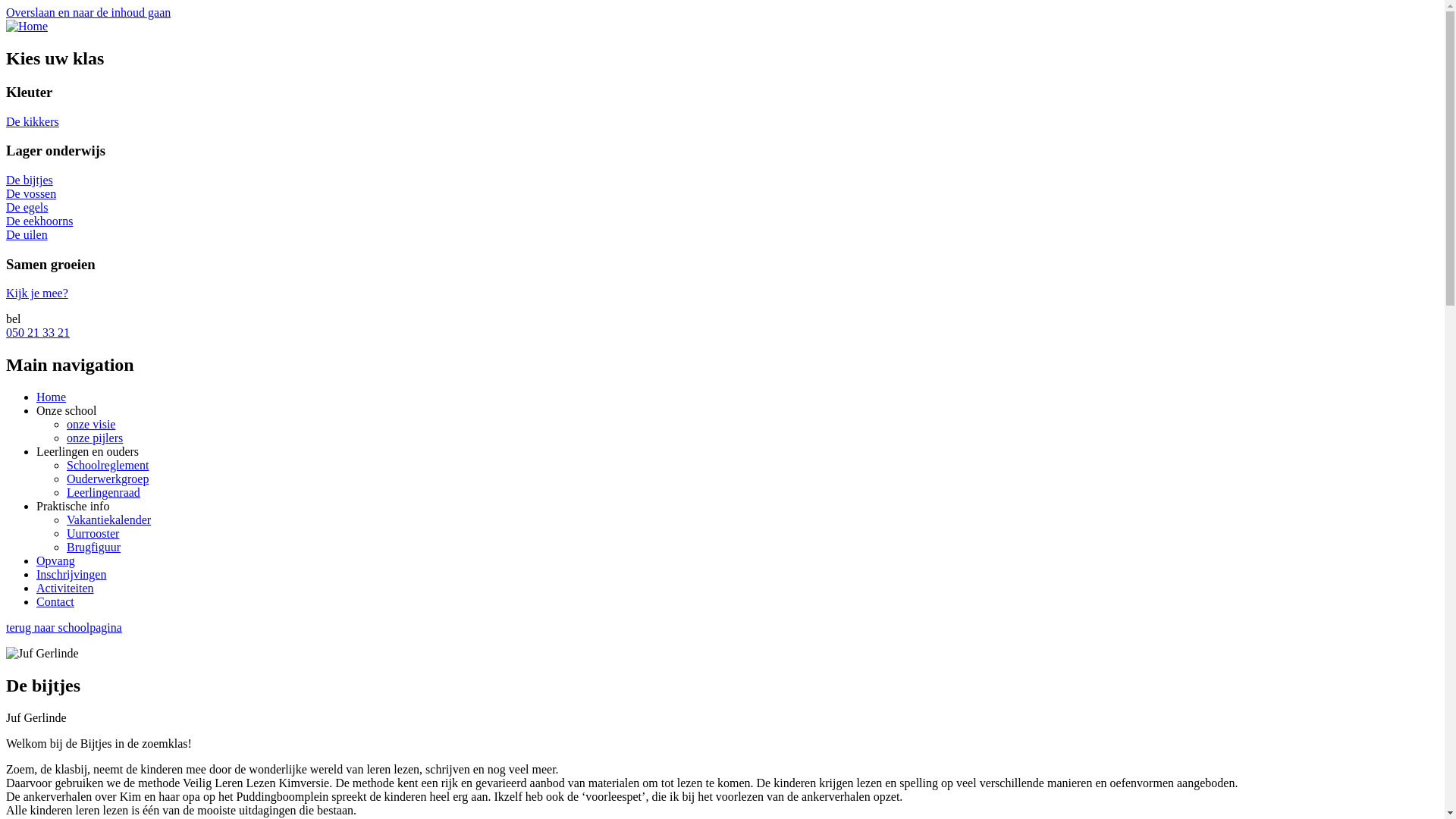  What do you see at coordinates (6, 627) in the screenshot?
I see `'terug naar schoolpagina'` at bounding box center [6, 627].